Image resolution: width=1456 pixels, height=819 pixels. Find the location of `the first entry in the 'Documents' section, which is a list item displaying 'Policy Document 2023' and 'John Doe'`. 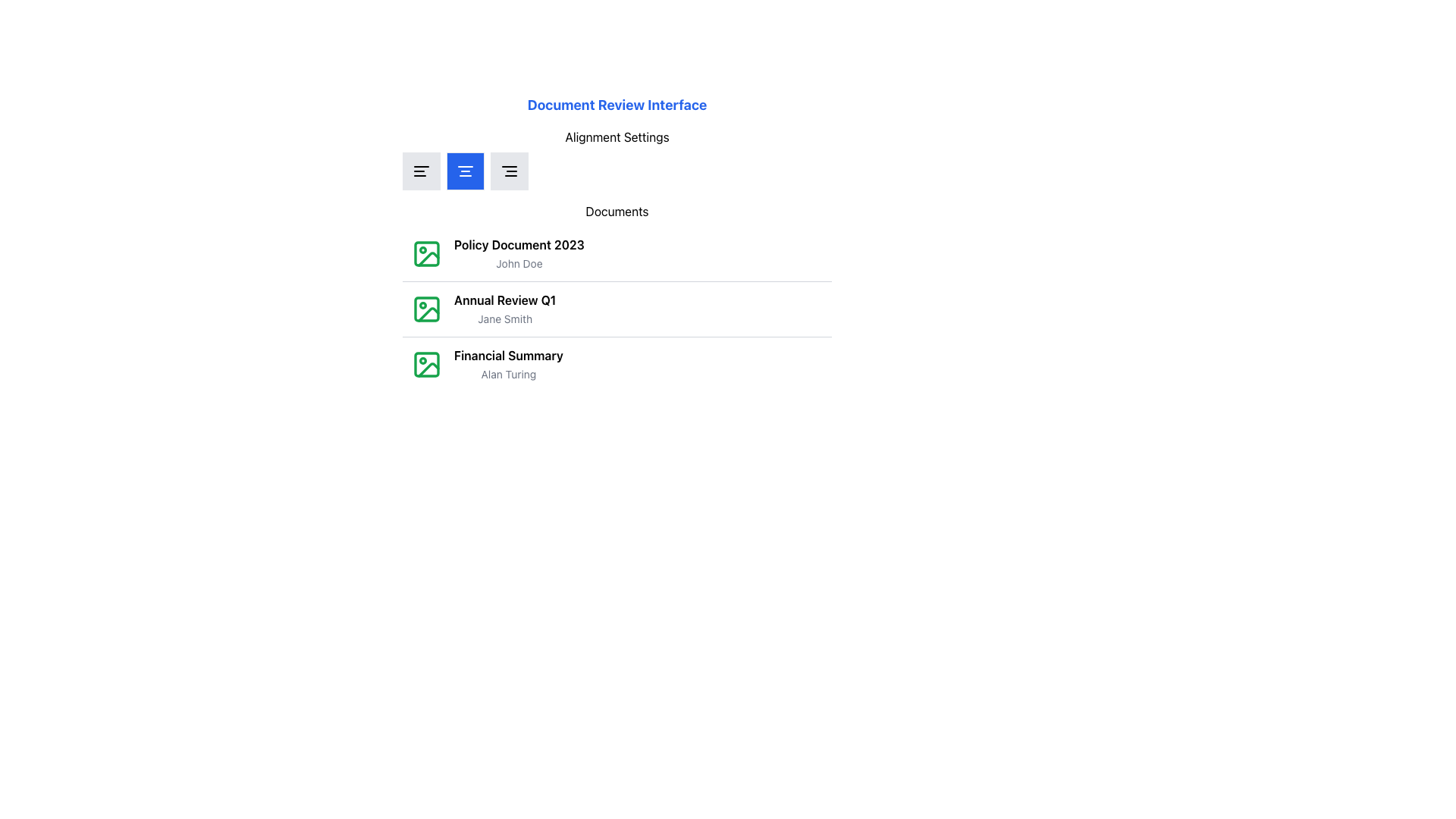

the first entry in the 'Documents' section, which is a list item displaying 'Policy Document 2023' and 'John Doe' is located at coordinates (519, 253).